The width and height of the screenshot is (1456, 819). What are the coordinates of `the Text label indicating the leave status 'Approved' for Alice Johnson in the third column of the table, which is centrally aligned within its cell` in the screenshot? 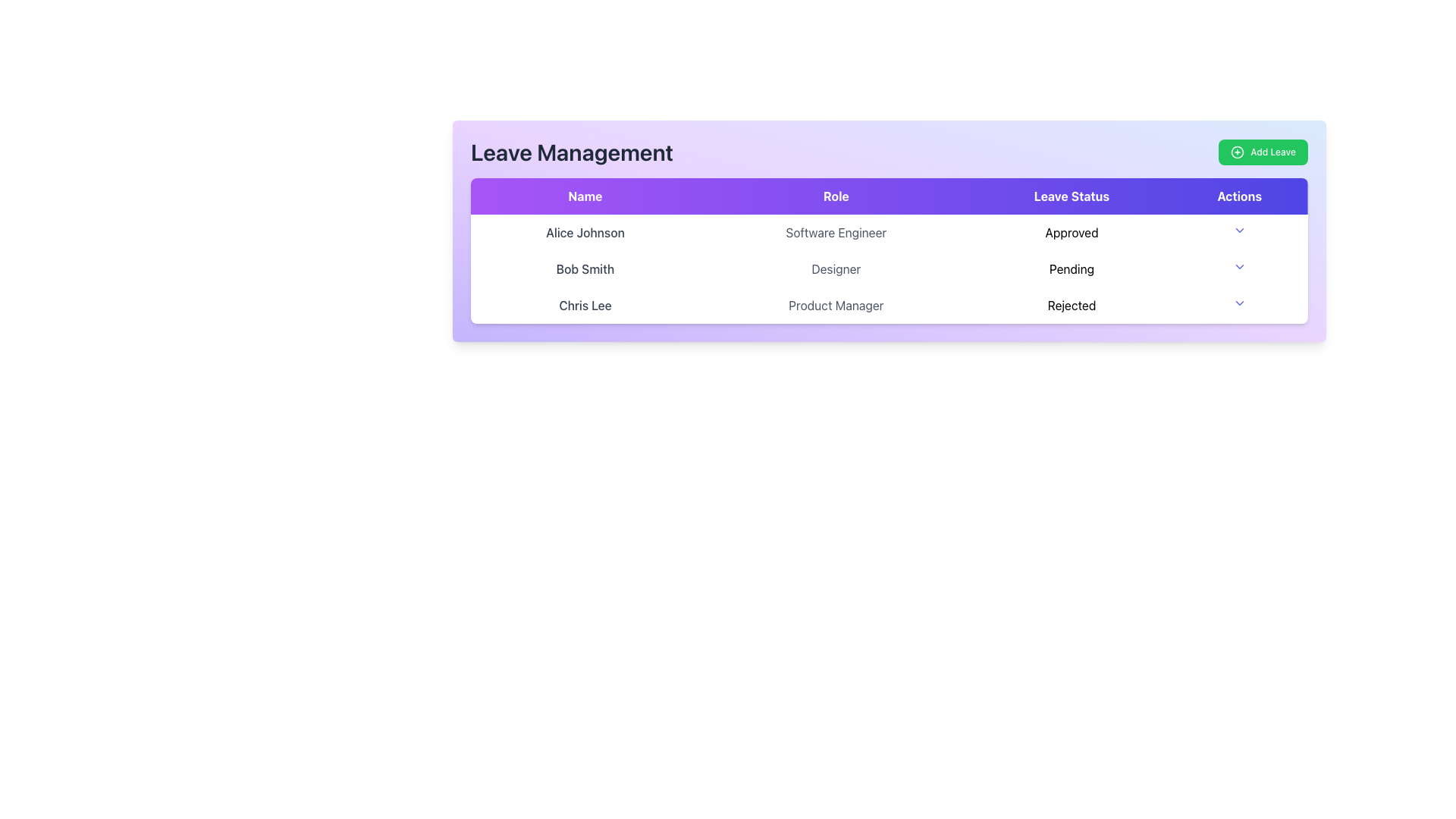 It's located at (1071, 233).